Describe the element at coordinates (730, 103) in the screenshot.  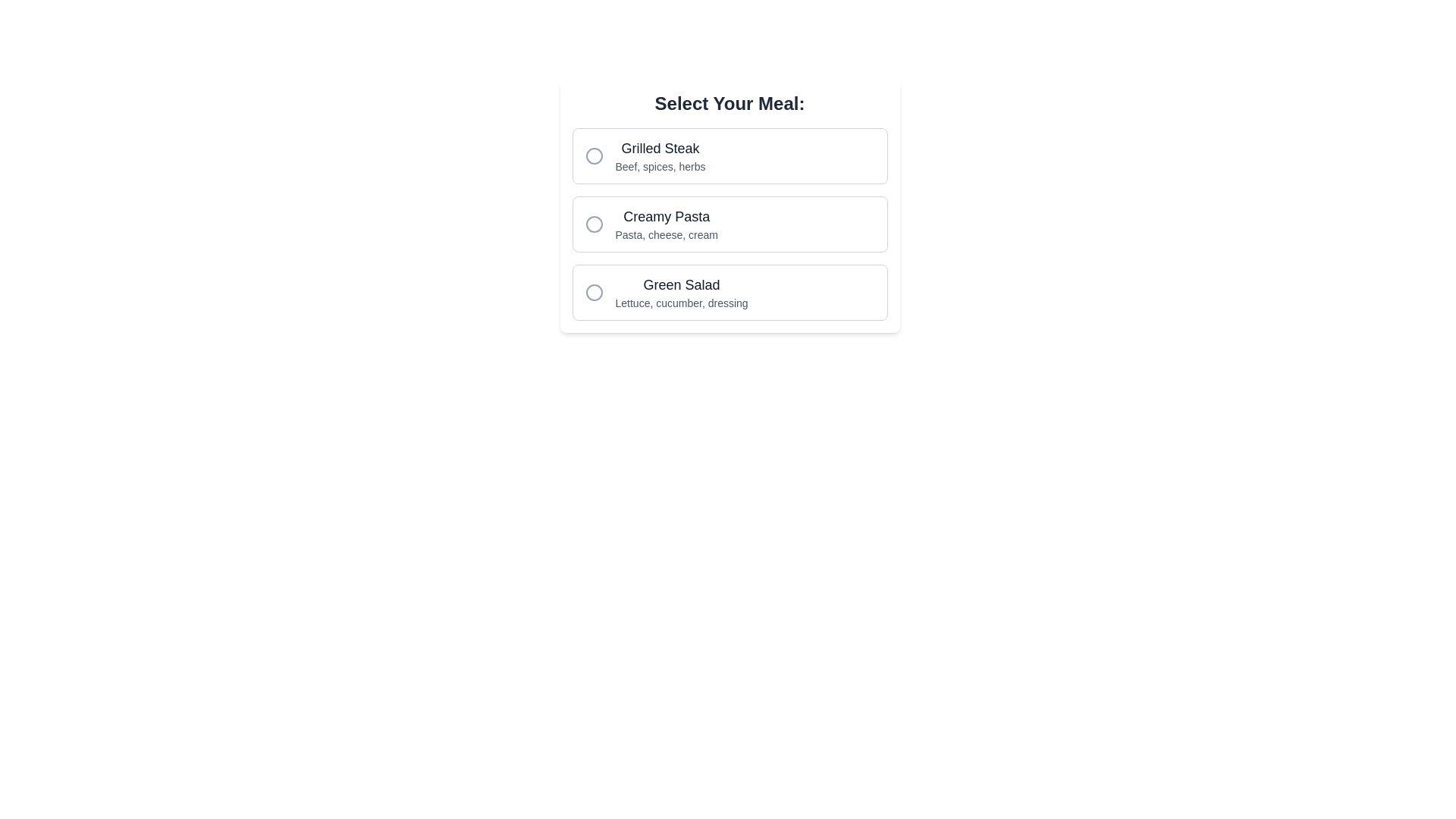
I see `the Text Label (Heading) that displays 'Select Your Meal:' which is positioned at the top center of the meal selection section` at that location.